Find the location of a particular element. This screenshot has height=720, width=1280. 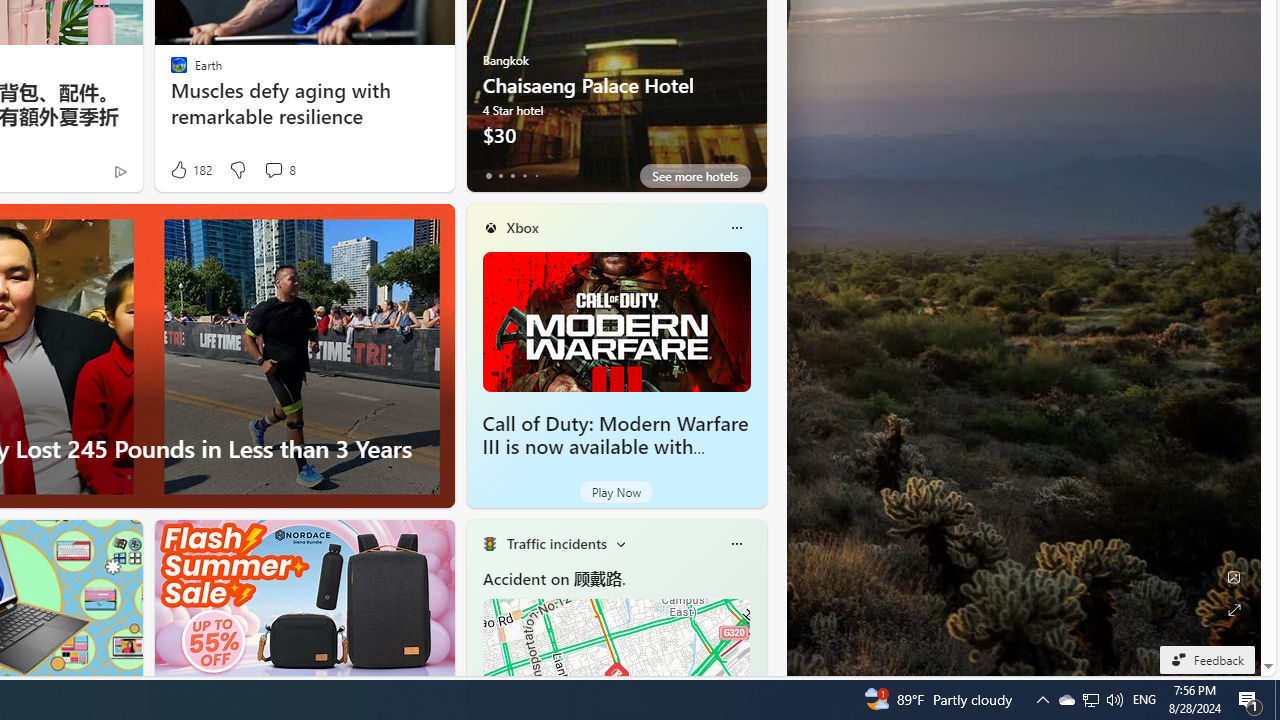

'Edit Background' is located at coordinates (1232, 577).